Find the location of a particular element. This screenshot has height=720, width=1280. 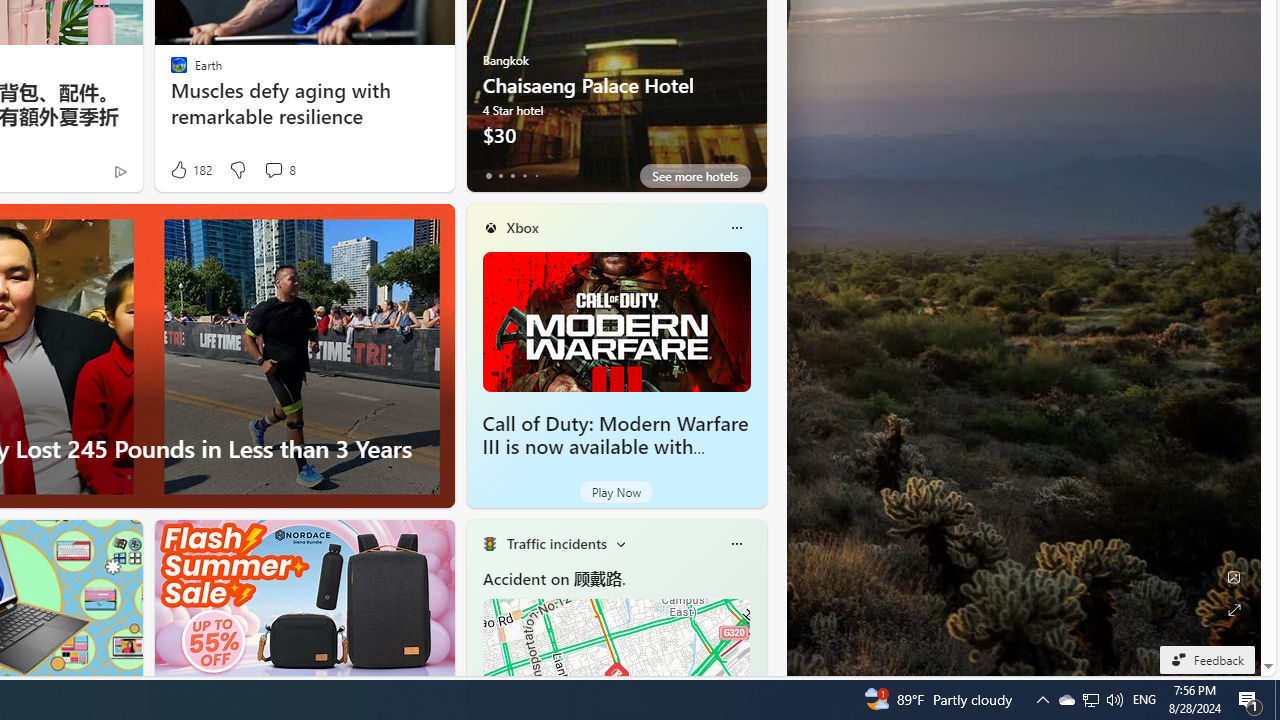

'Edit Background' is located at coordinates (1232, 577).